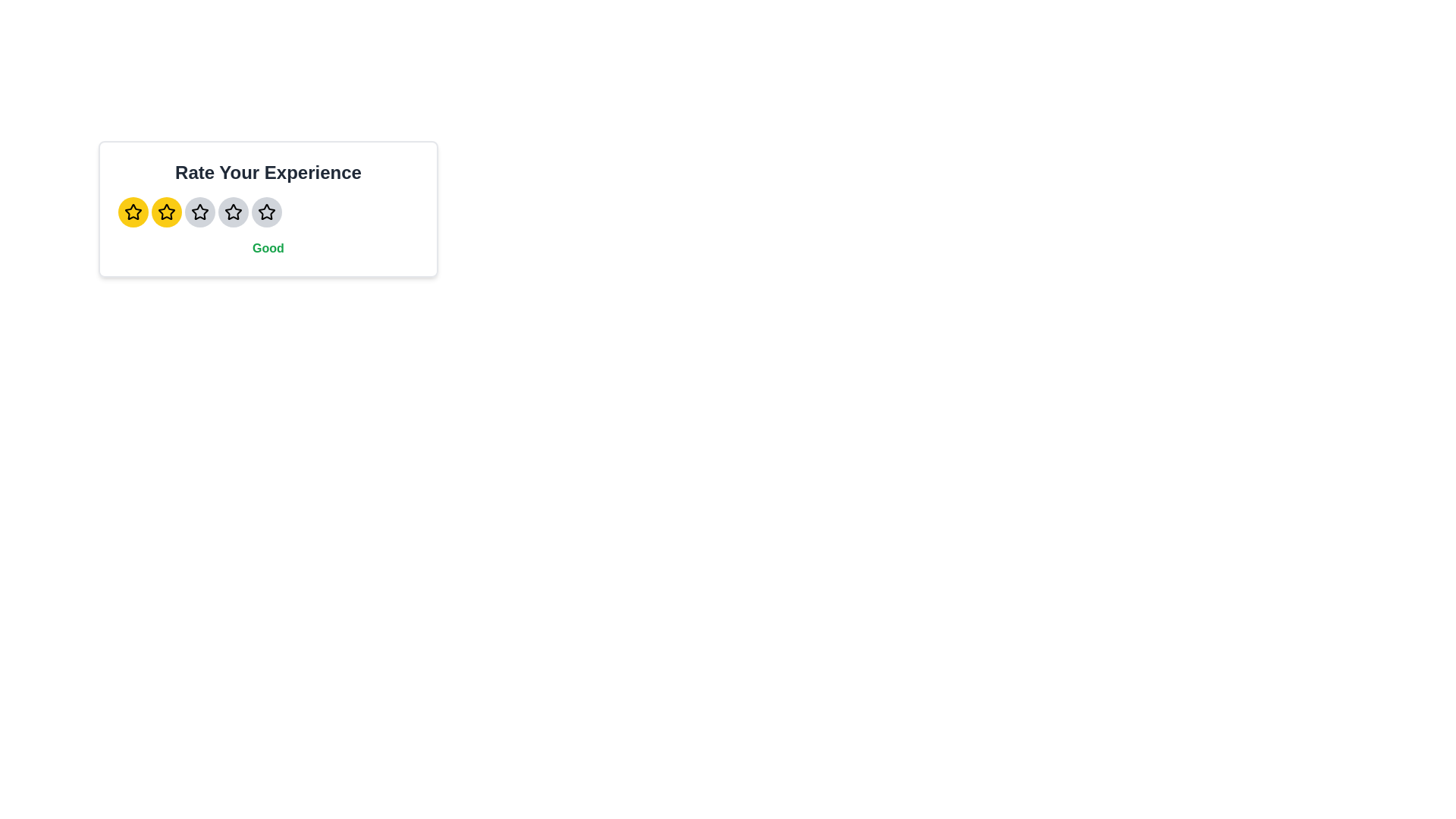 The width and height of the screenshot is (1456, 819). I want to click on the third star button in the rating system, so click(199, 212).